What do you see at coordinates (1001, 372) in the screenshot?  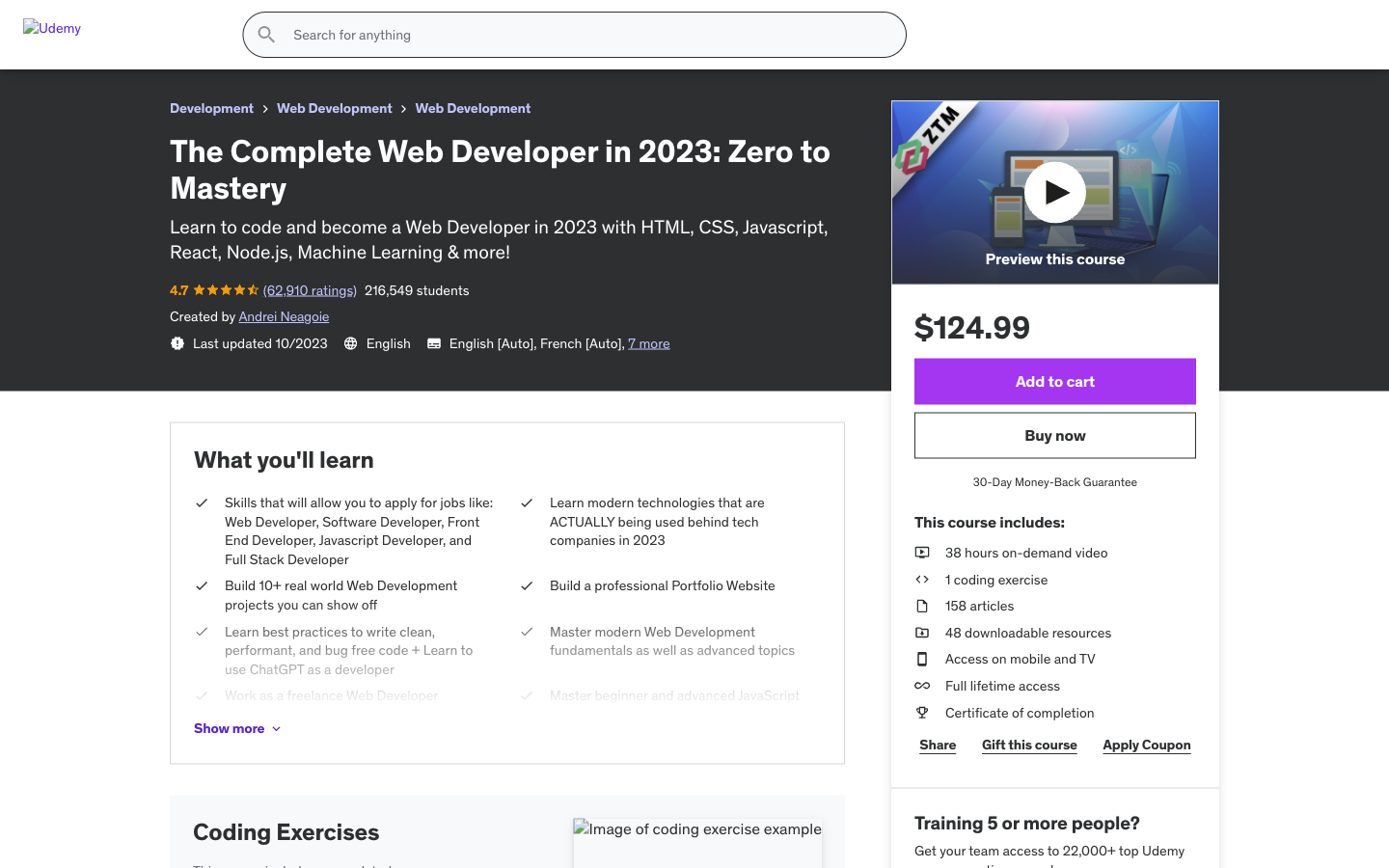 I see `the color aquamarine, select the size M, progress to subsequent images` at bounding box center [1001, 372].